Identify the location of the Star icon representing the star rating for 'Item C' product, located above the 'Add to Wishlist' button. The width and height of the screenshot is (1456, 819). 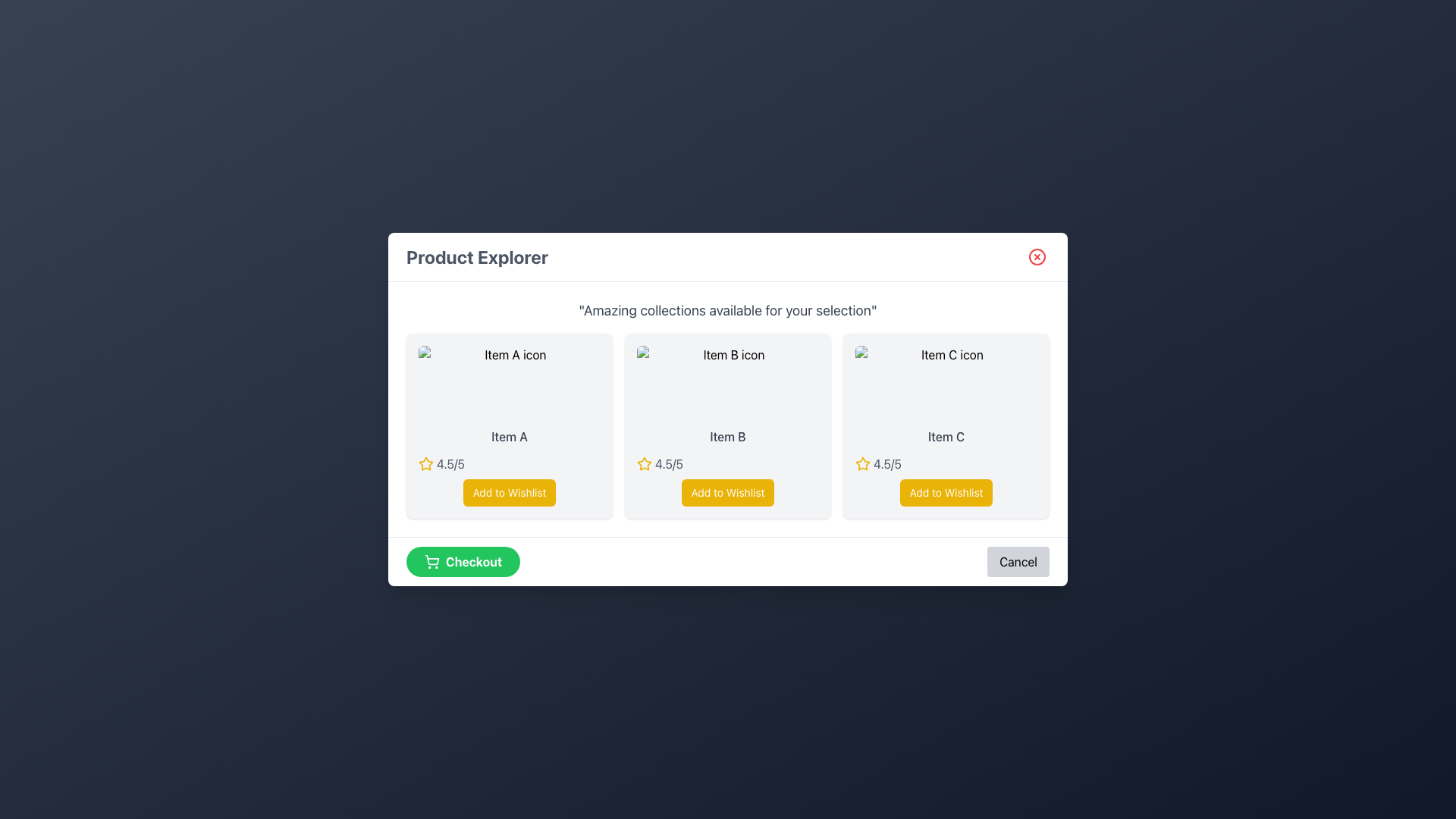
(862, 463).